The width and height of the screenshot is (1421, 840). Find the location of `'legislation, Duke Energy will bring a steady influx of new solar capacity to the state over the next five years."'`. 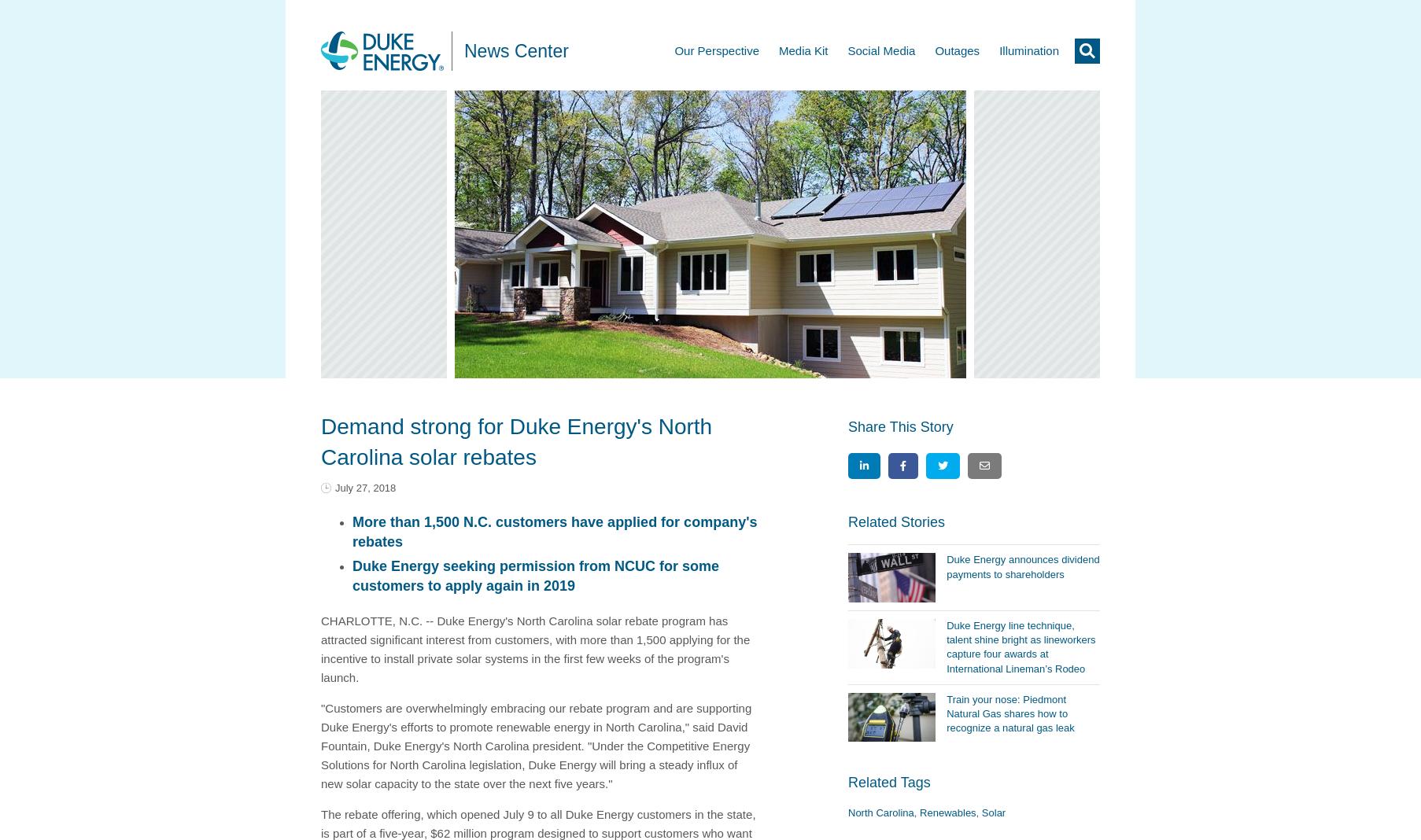

'legislation, Duke Energy will bring a steady influx of new solar capacity to the state over the next five years."' is located at coordinates (528, 773).